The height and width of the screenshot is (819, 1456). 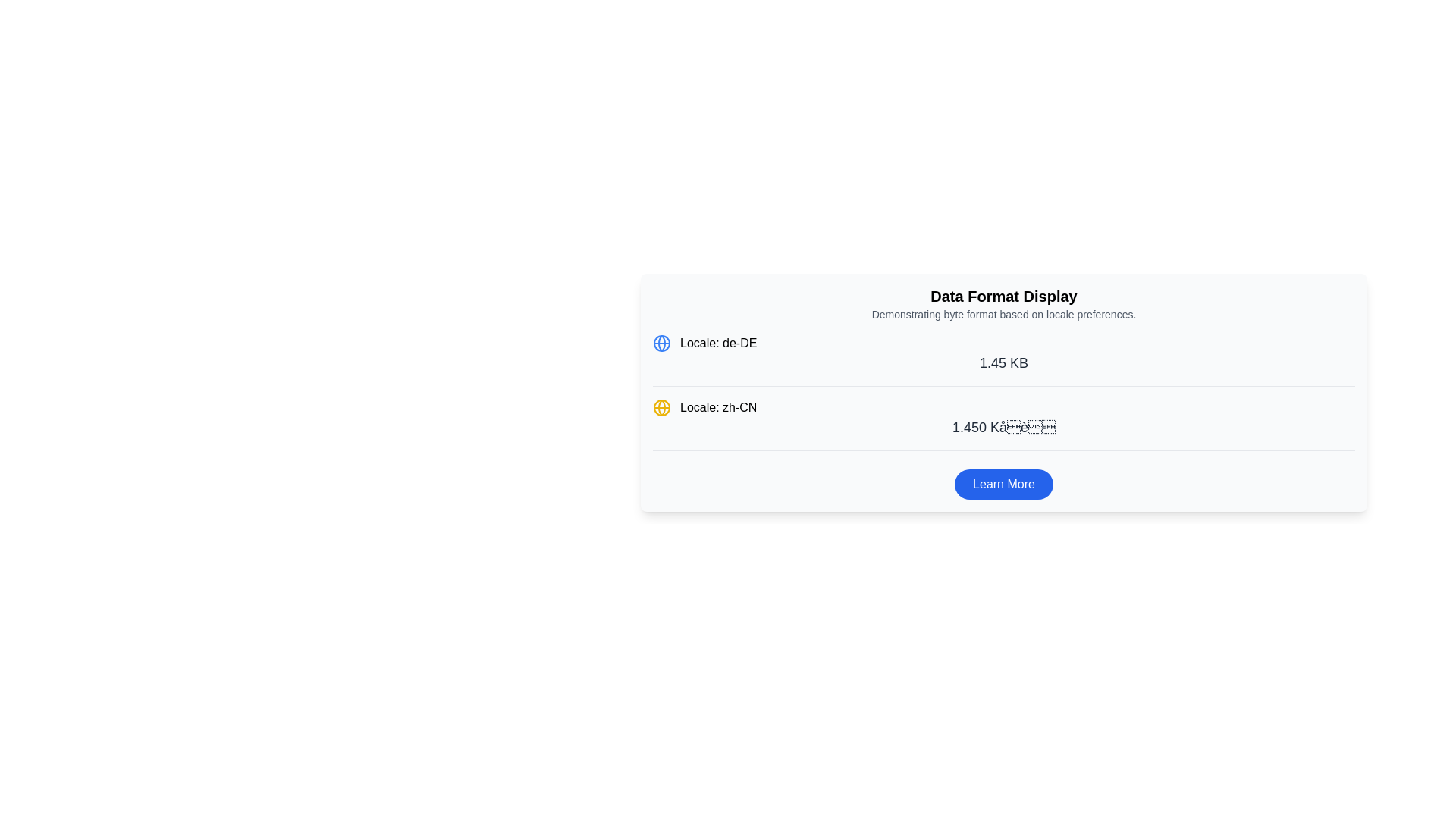 What do you see at coordinates (1004, 296) in the screenshot?
I see `the section heading text label that introduces or categorizes the content displayed below it in the card` at bounding box center [1004, 296].